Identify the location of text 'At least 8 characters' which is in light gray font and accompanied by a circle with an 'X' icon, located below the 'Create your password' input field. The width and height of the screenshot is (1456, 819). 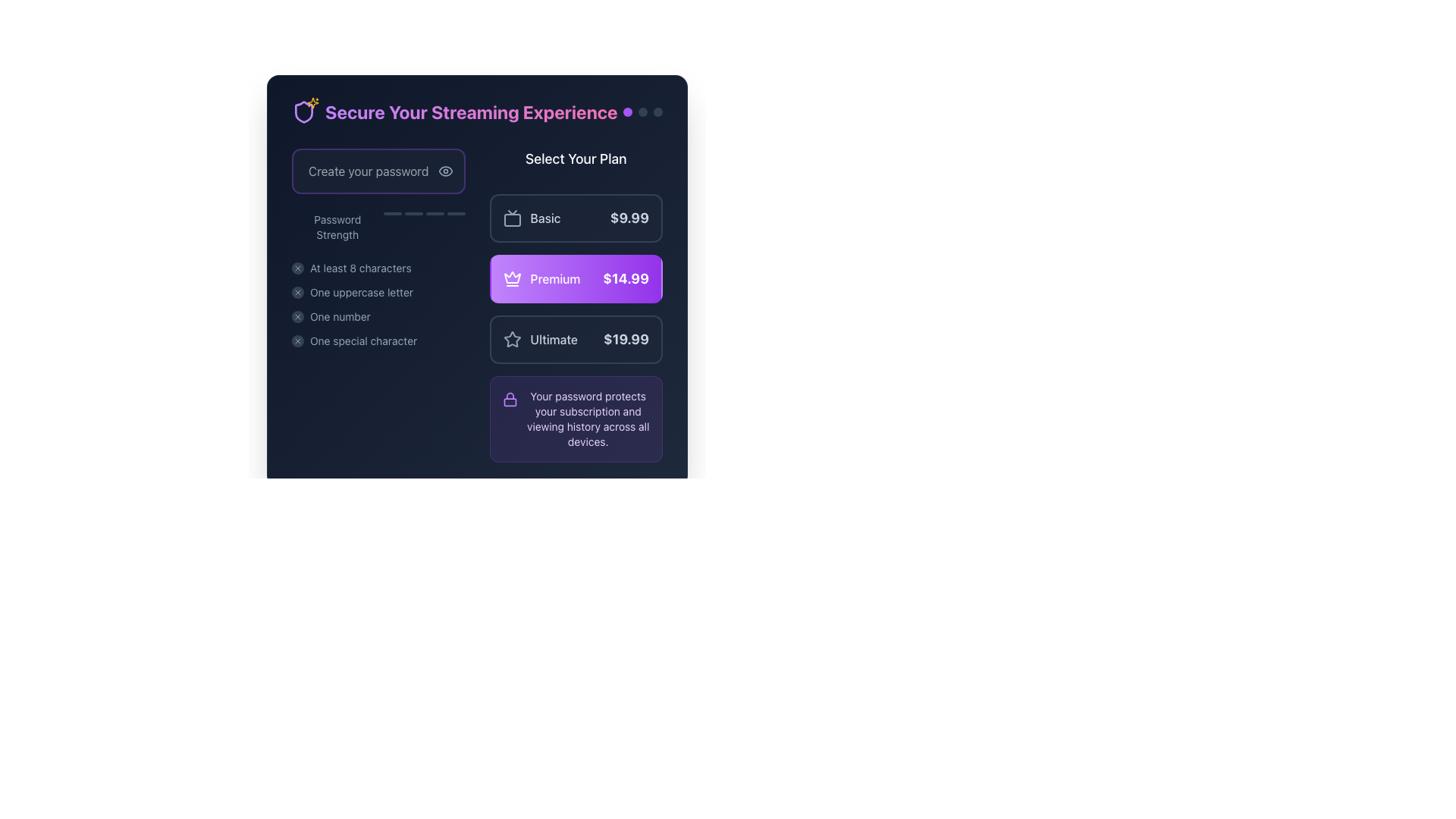
(378, 268).